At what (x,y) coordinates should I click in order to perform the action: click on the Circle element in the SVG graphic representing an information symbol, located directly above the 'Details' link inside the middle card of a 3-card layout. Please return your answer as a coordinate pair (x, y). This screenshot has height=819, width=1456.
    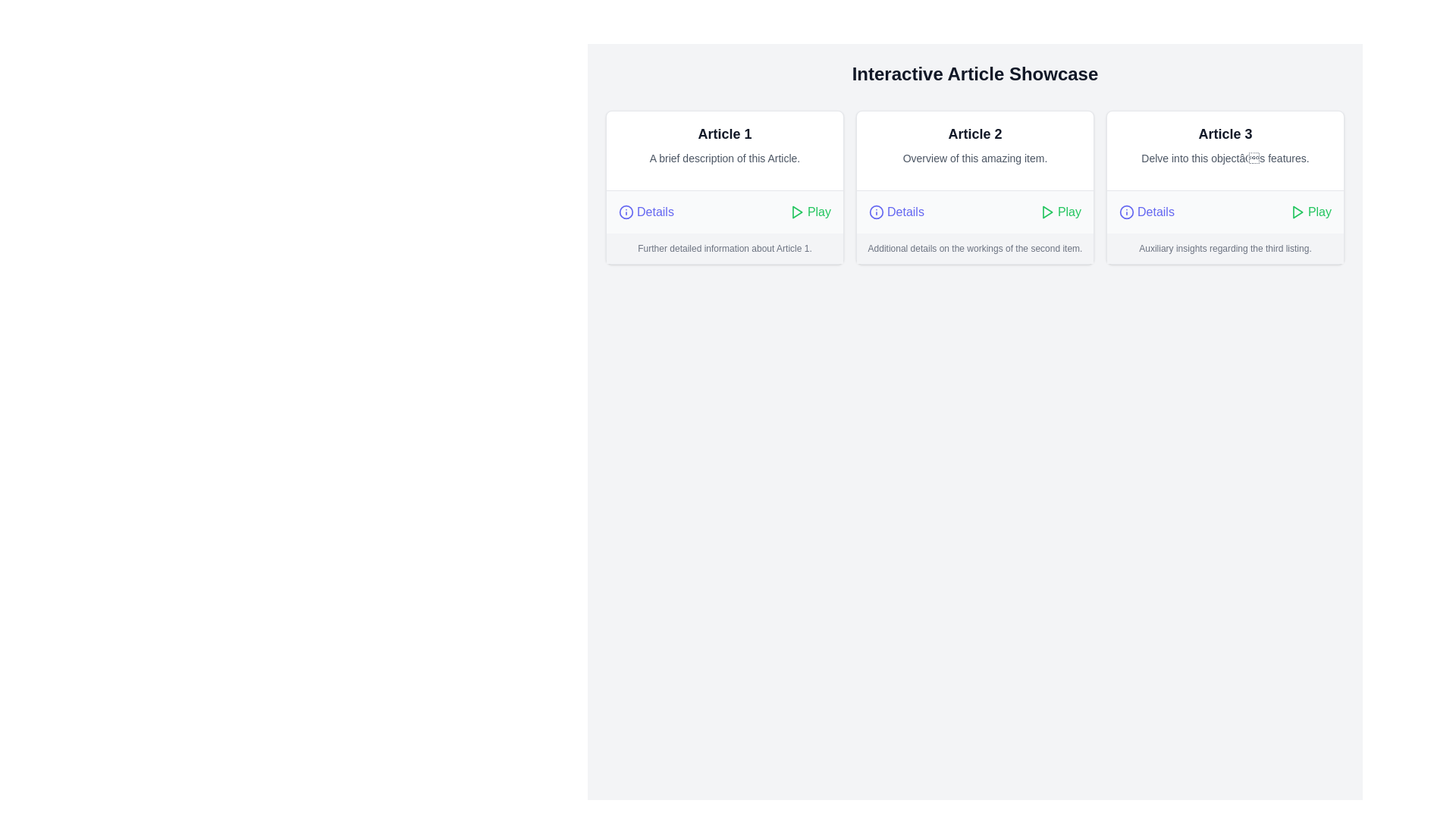
    Looking at the image, I should click on (626, 212).